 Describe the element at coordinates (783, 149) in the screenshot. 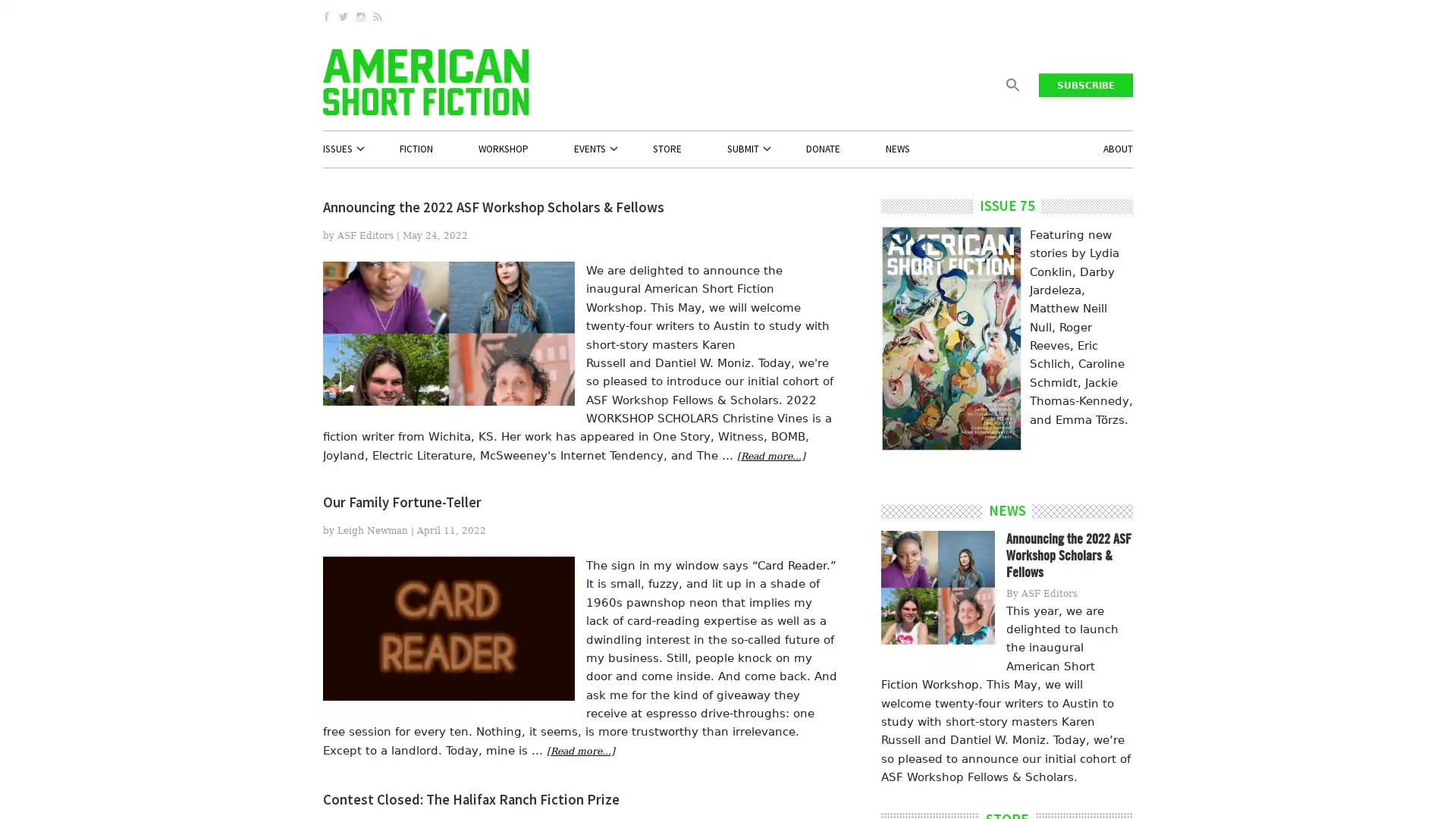

I see `SUBMENU` at that location.